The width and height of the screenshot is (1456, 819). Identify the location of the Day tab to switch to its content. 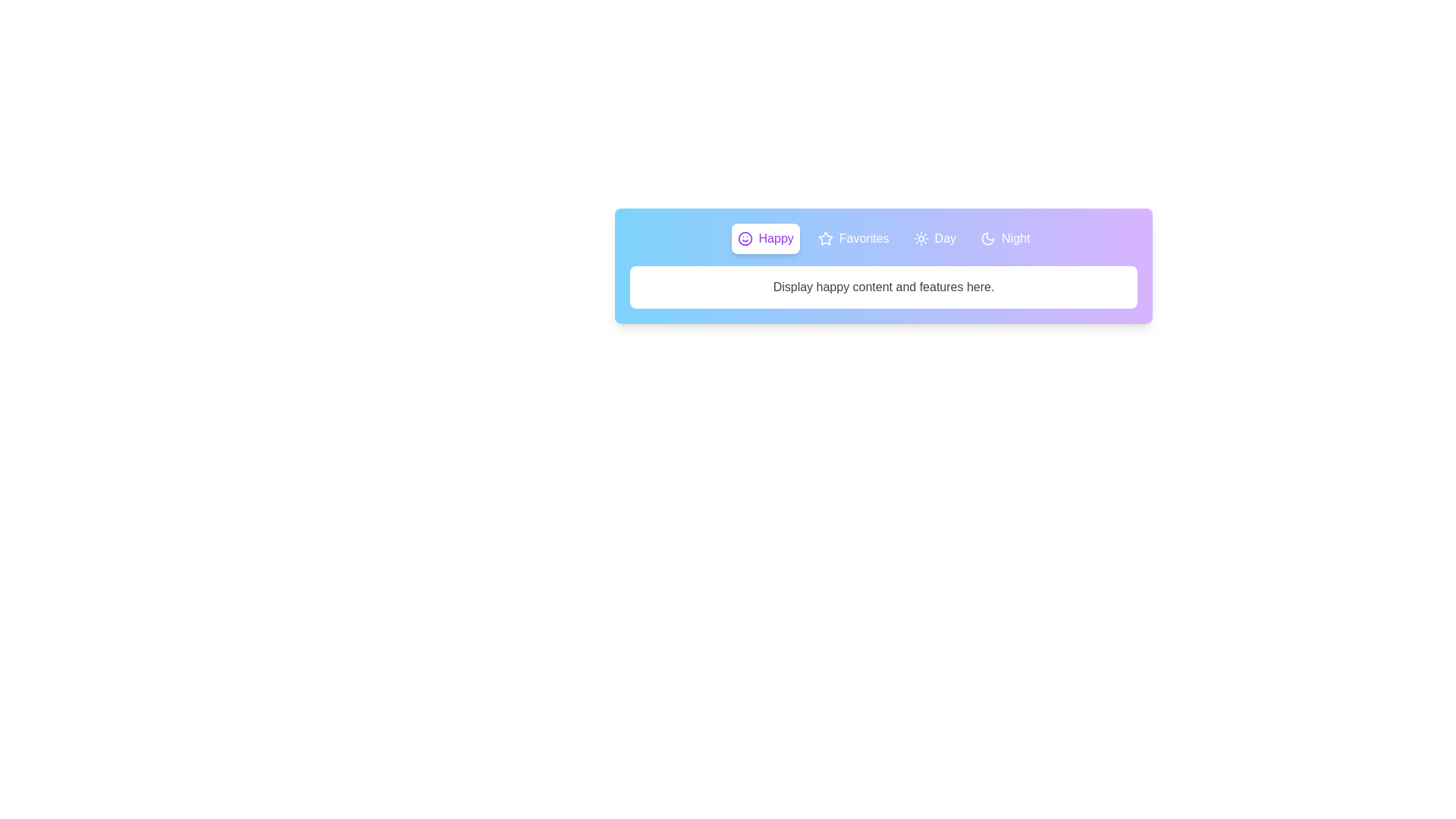
(934, 239).